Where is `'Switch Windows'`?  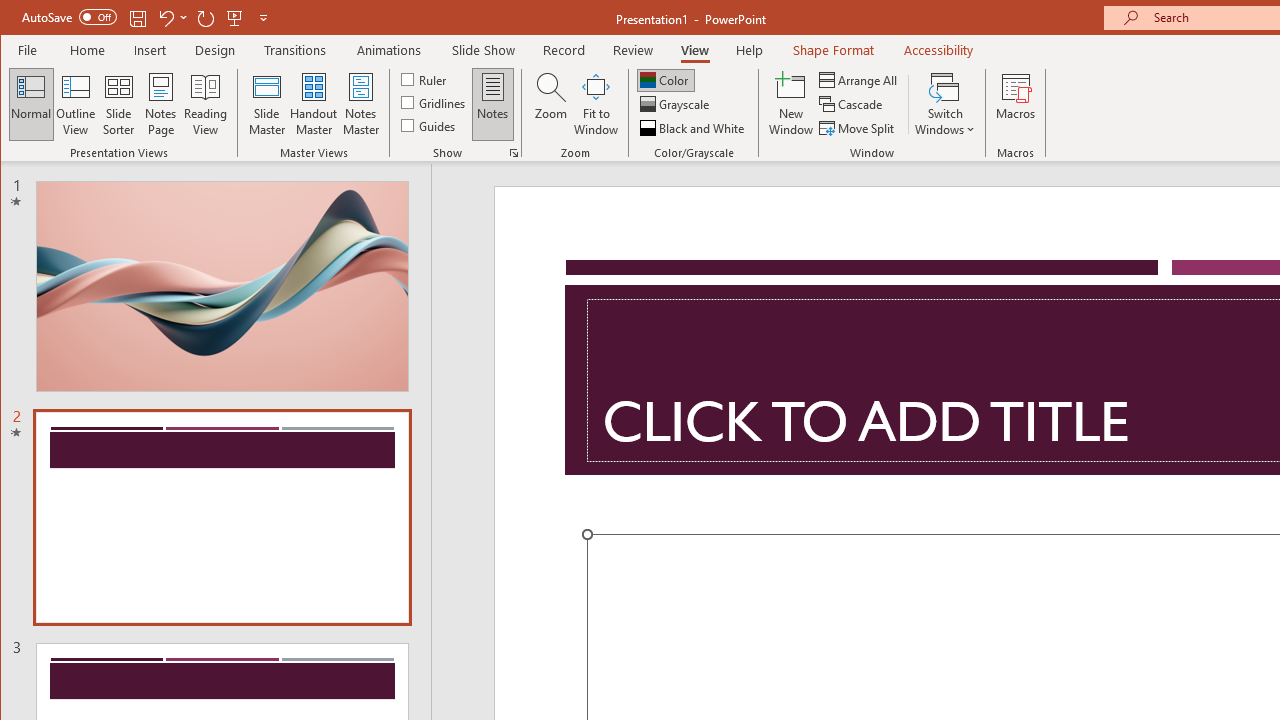 'Switch Windows' is located at coordinates (944, 104).